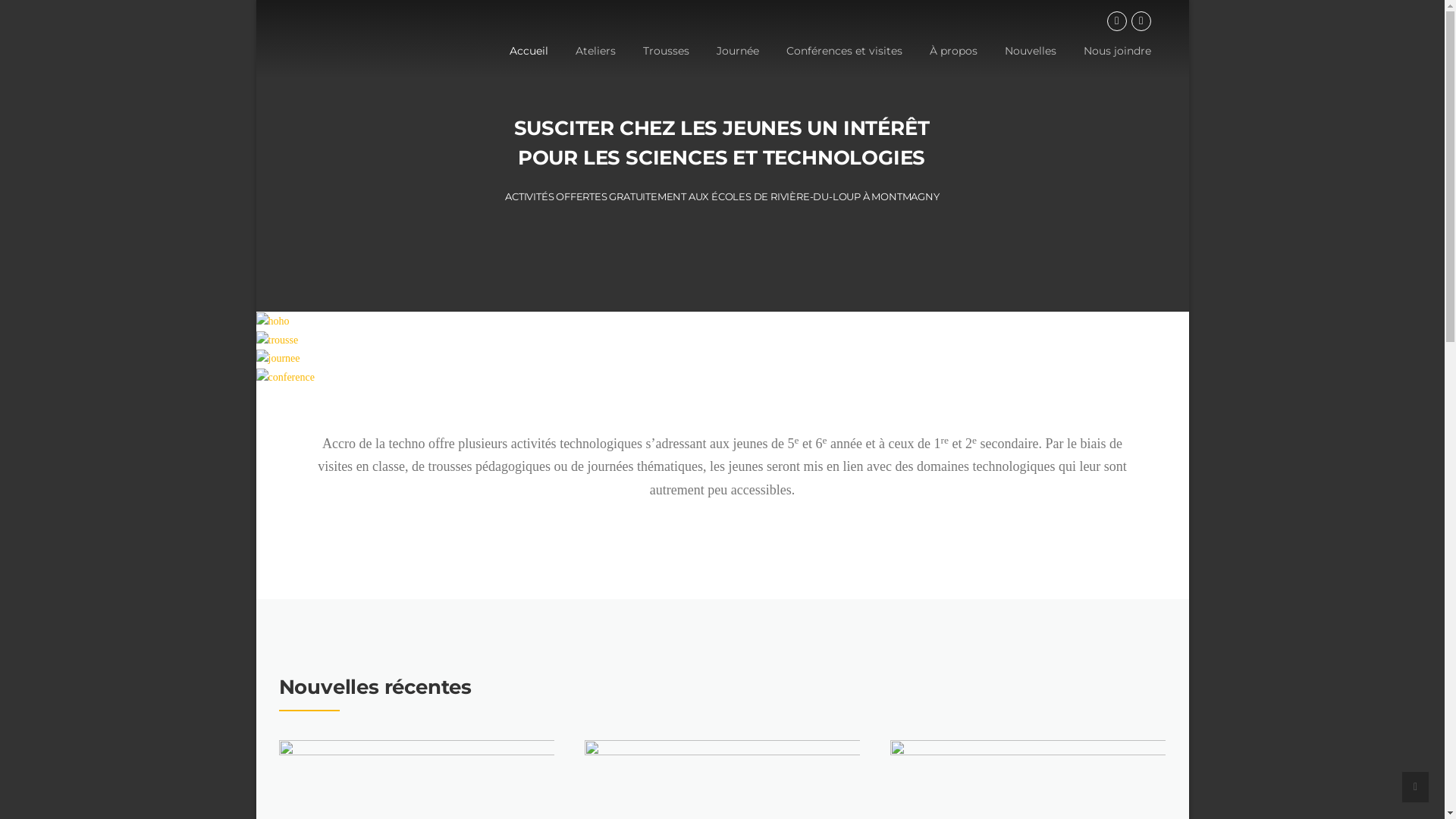 This screenshot has width=1456, height=819. I want to click on 'Accueil', so click(529, 62).